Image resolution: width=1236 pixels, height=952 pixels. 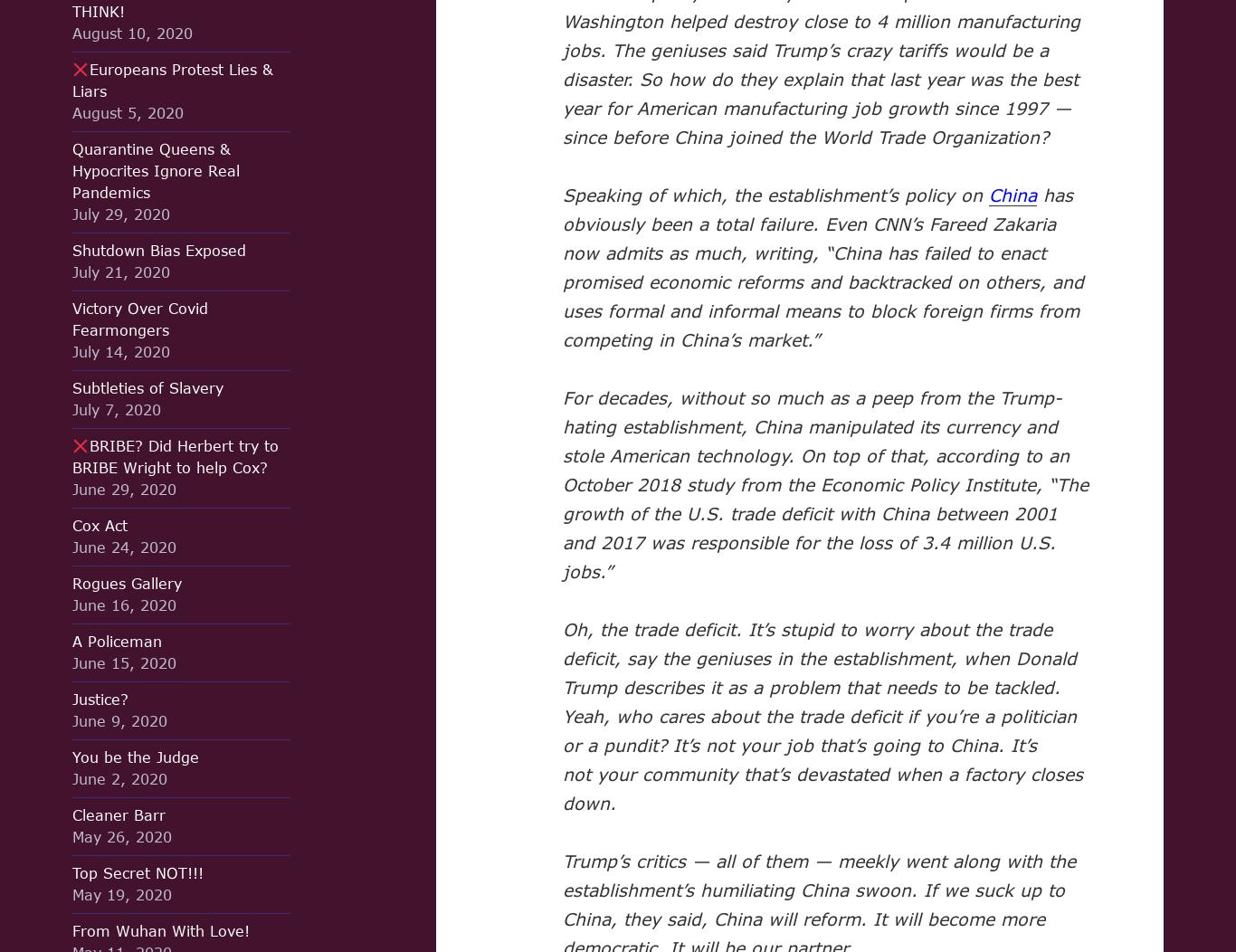 What do you see at coordinates (171, 80) in the screenshot?
I see `'Europeans Protest Lies & Liars'` at bounding box center [171, 80].